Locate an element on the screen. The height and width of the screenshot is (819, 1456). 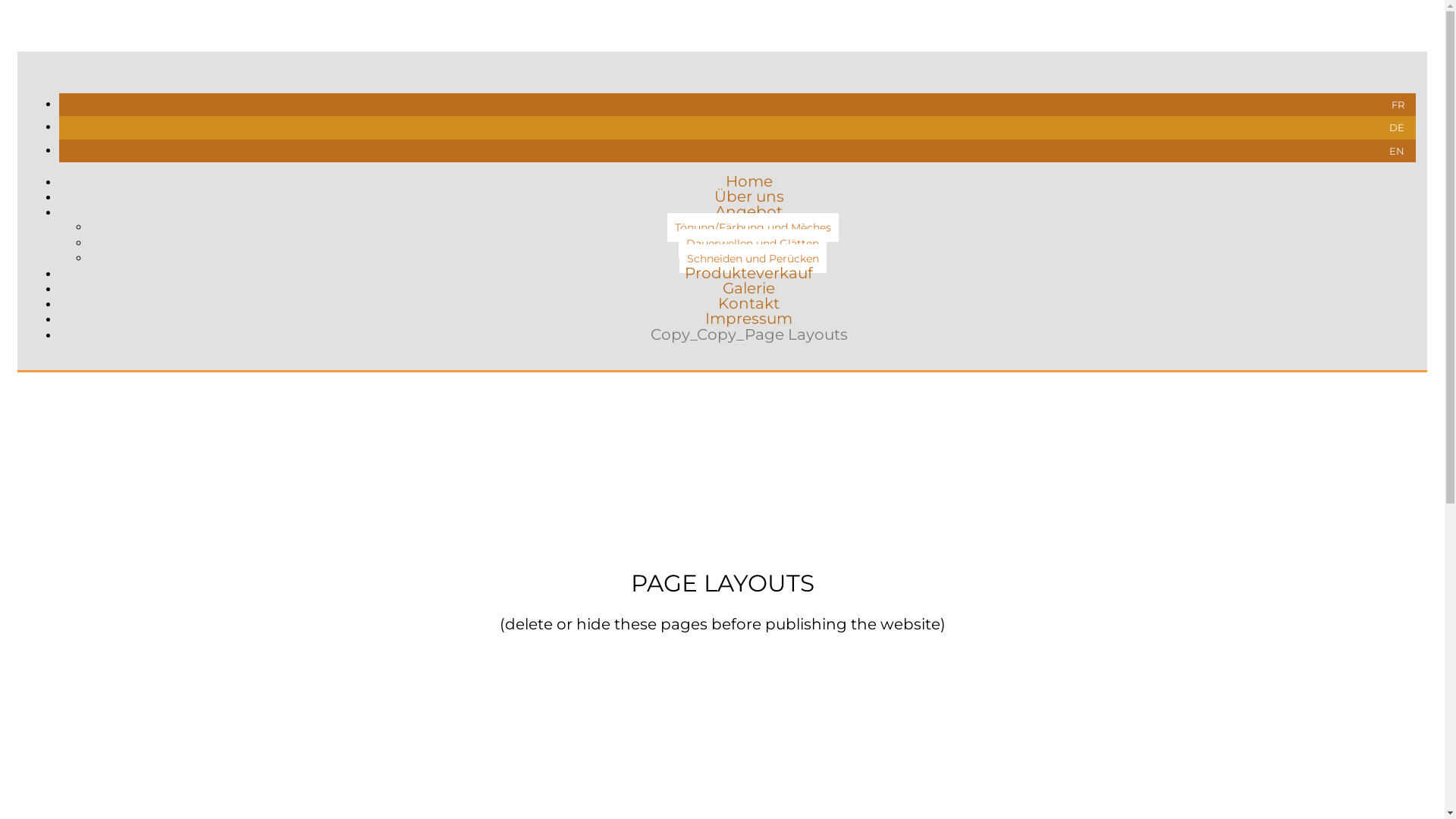
'Kontakt' is located at coordinates (748, 303).